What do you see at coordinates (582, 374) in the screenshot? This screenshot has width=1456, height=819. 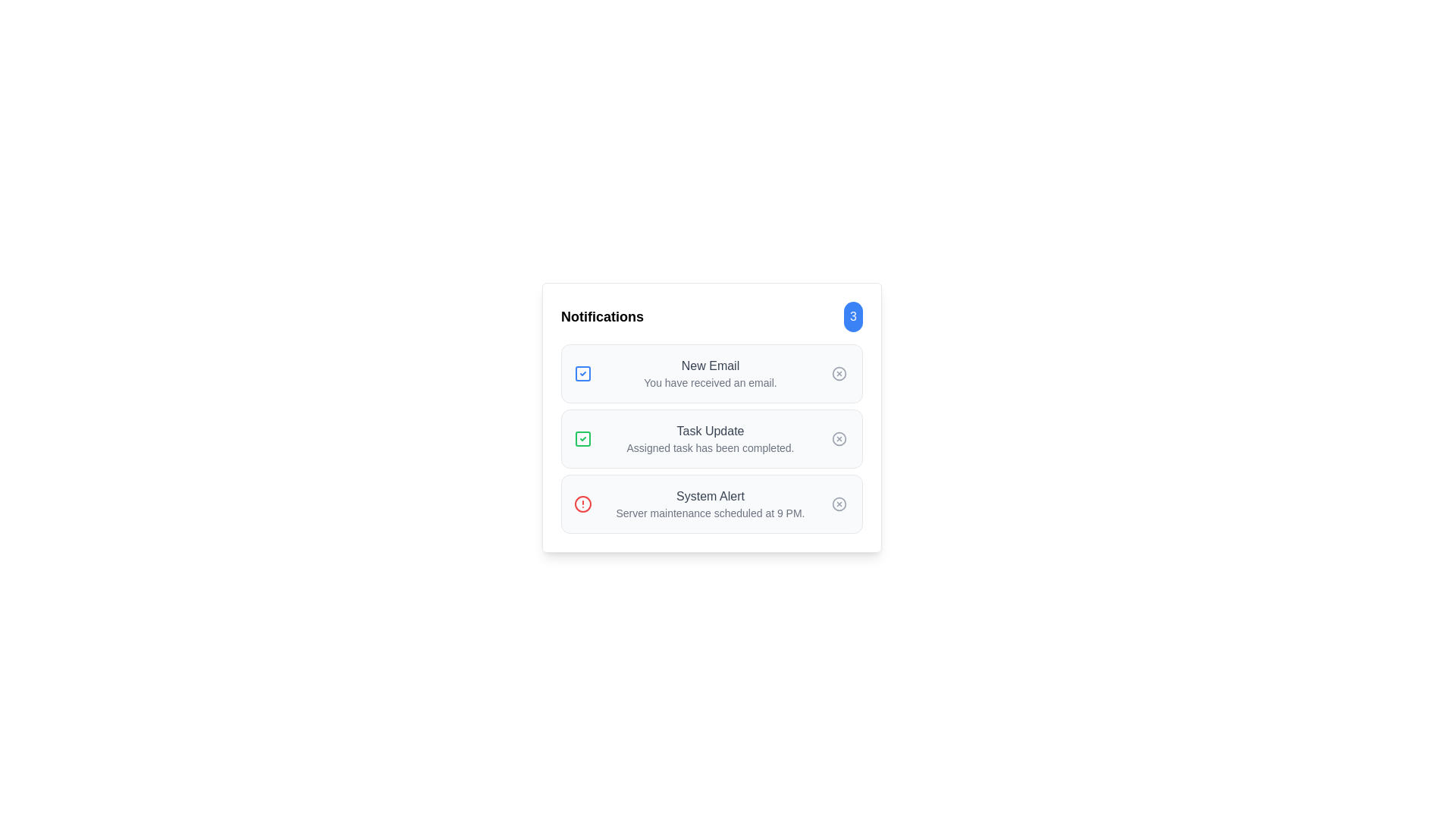 I see `the status indicator icon for the 'New Email' notification, which is located in the upper left portion of the notification item` at bounding box center [582, 374].